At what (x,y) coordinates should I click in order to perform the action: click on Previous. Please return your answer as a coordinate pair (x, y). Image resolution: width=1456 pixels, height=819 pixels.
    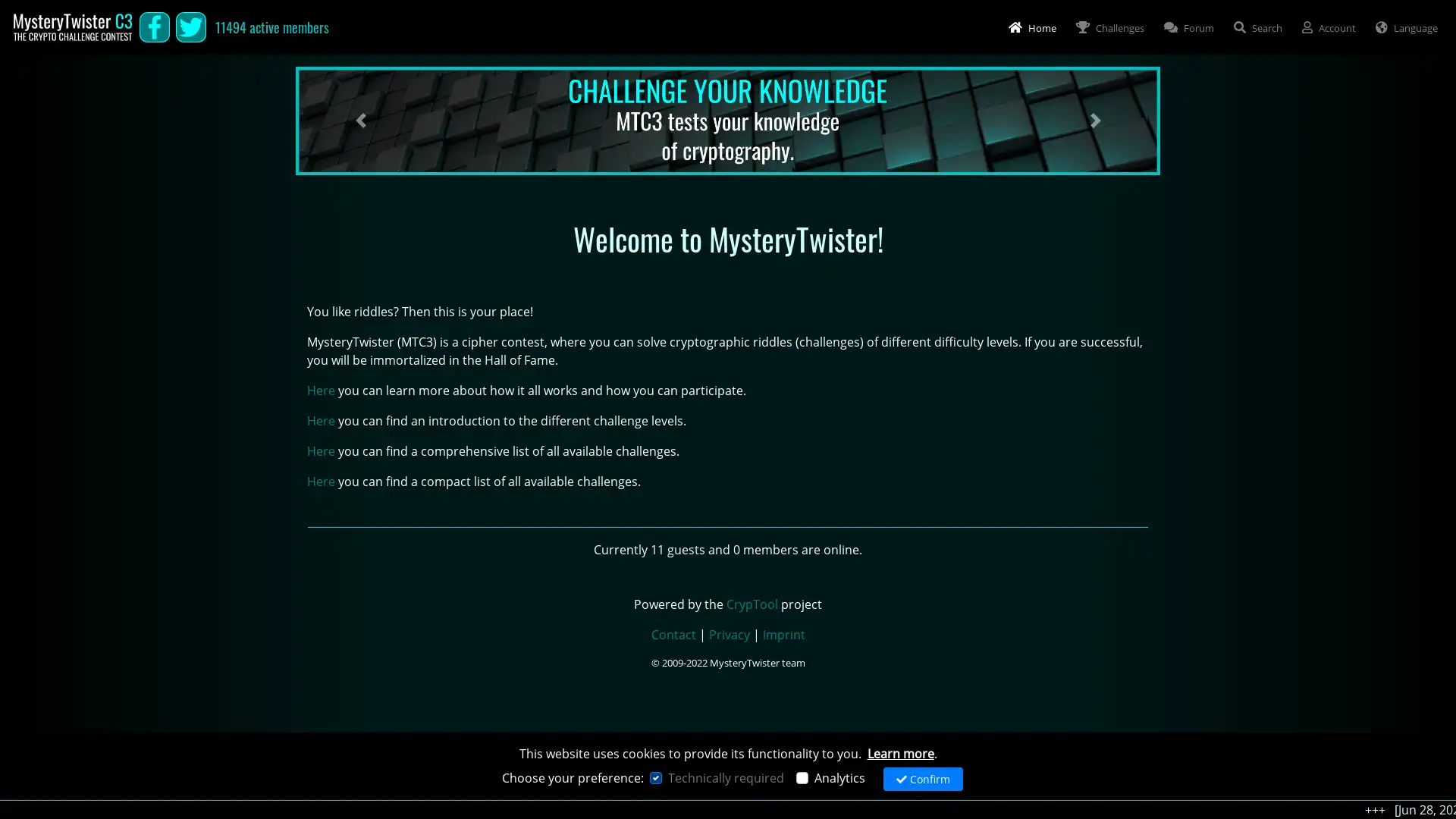
    Looking at the image, I should click on (359, 119).